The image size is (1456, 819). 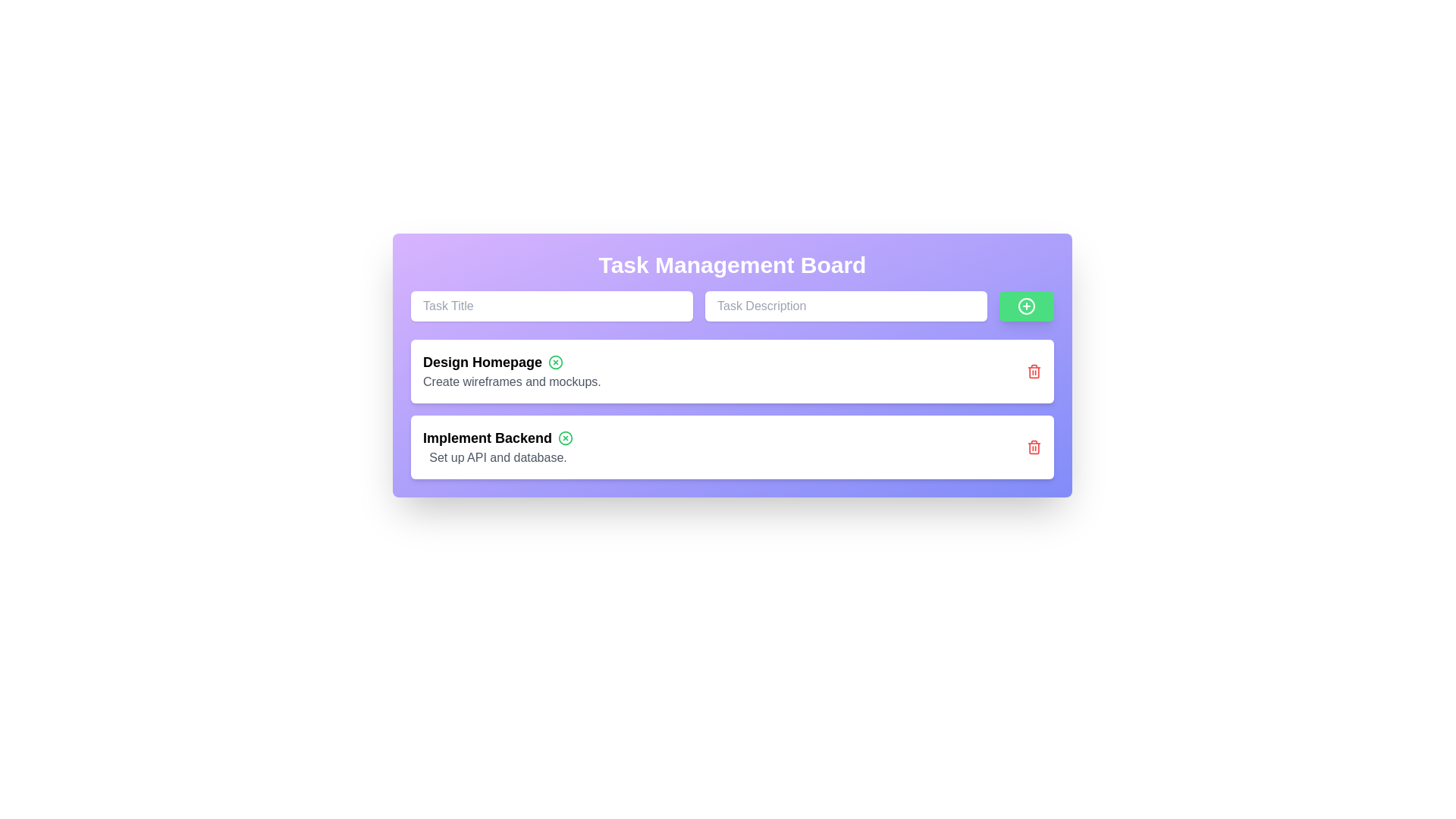 I want to click on the visually red rectangular icon representing the body of the trash bin located on the right-hand side of the interface, adjacent to a task label, so click(x=1033, y=447).